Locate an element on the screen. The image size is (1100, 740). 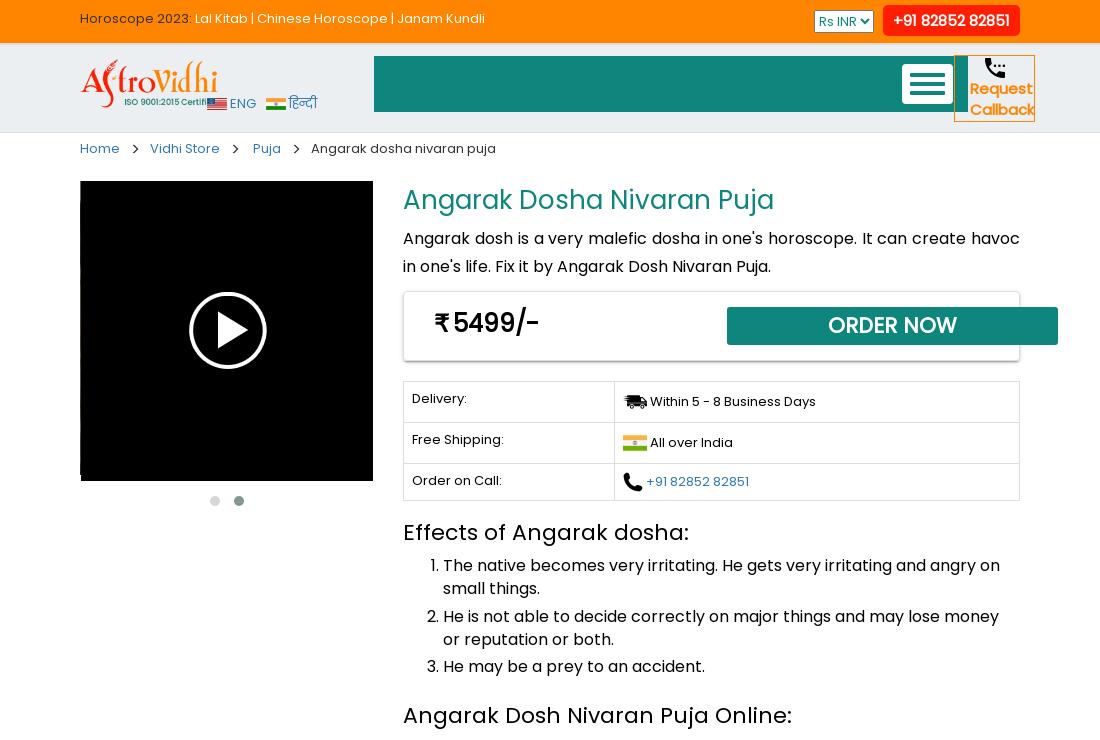
'Free Shipping:' is located at coordinates (457, 437).